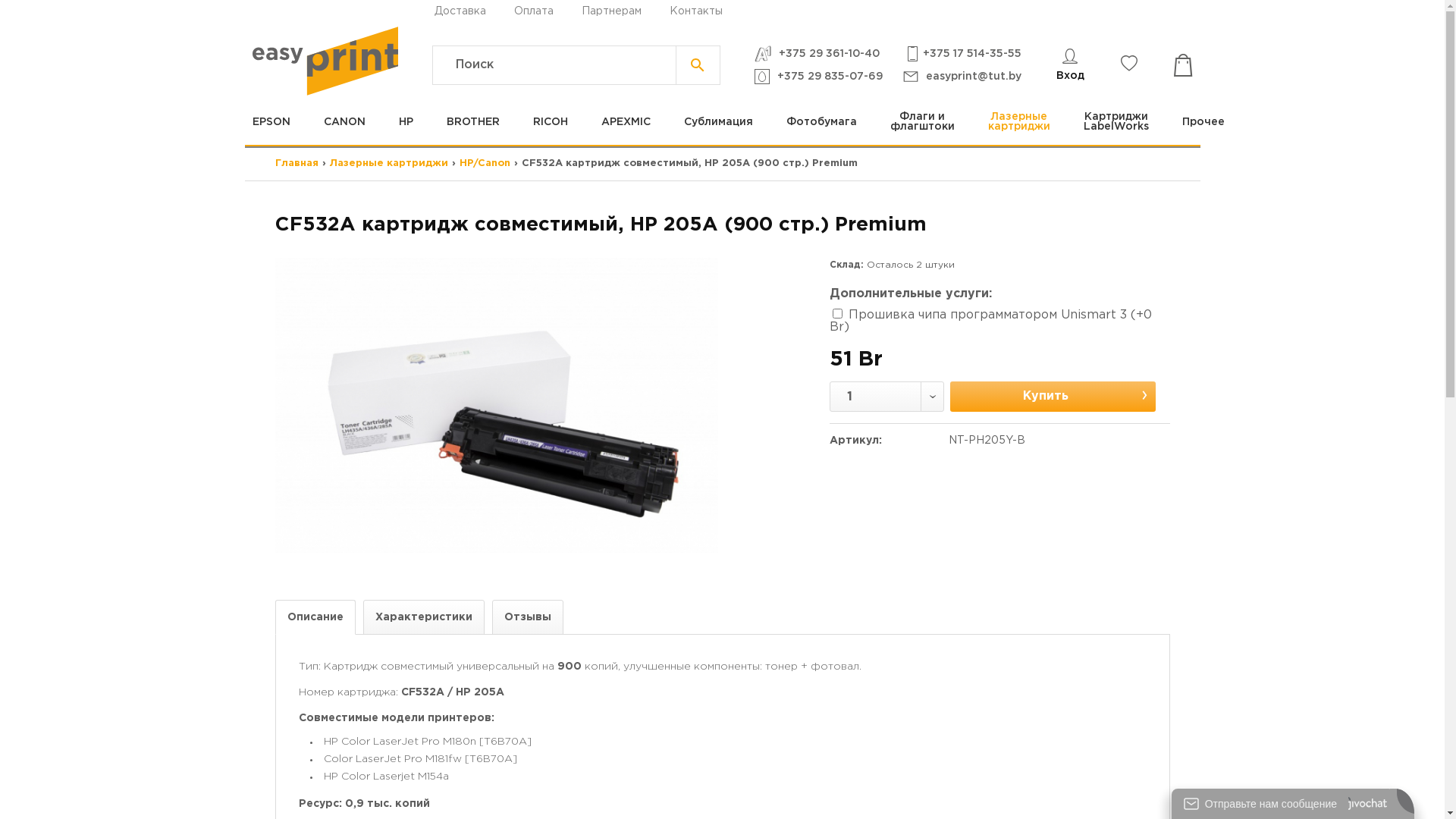  What do you see at coordinates (382, 121) in the screenshot?
I see `'HP'` at bounding box center [382, 121].